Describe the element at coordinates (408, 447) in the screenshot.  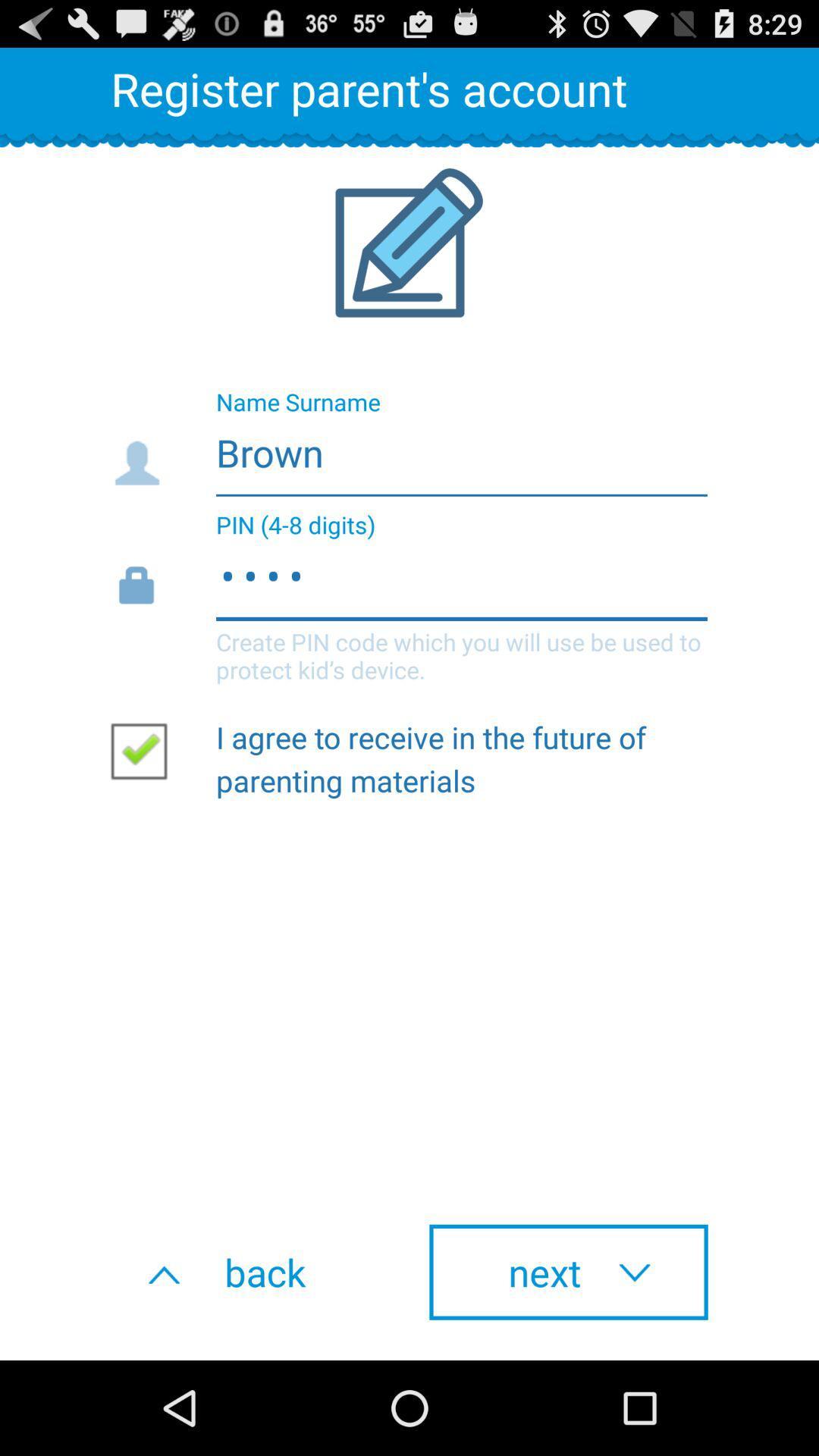
I see `icon above the 1234 item` at that location.